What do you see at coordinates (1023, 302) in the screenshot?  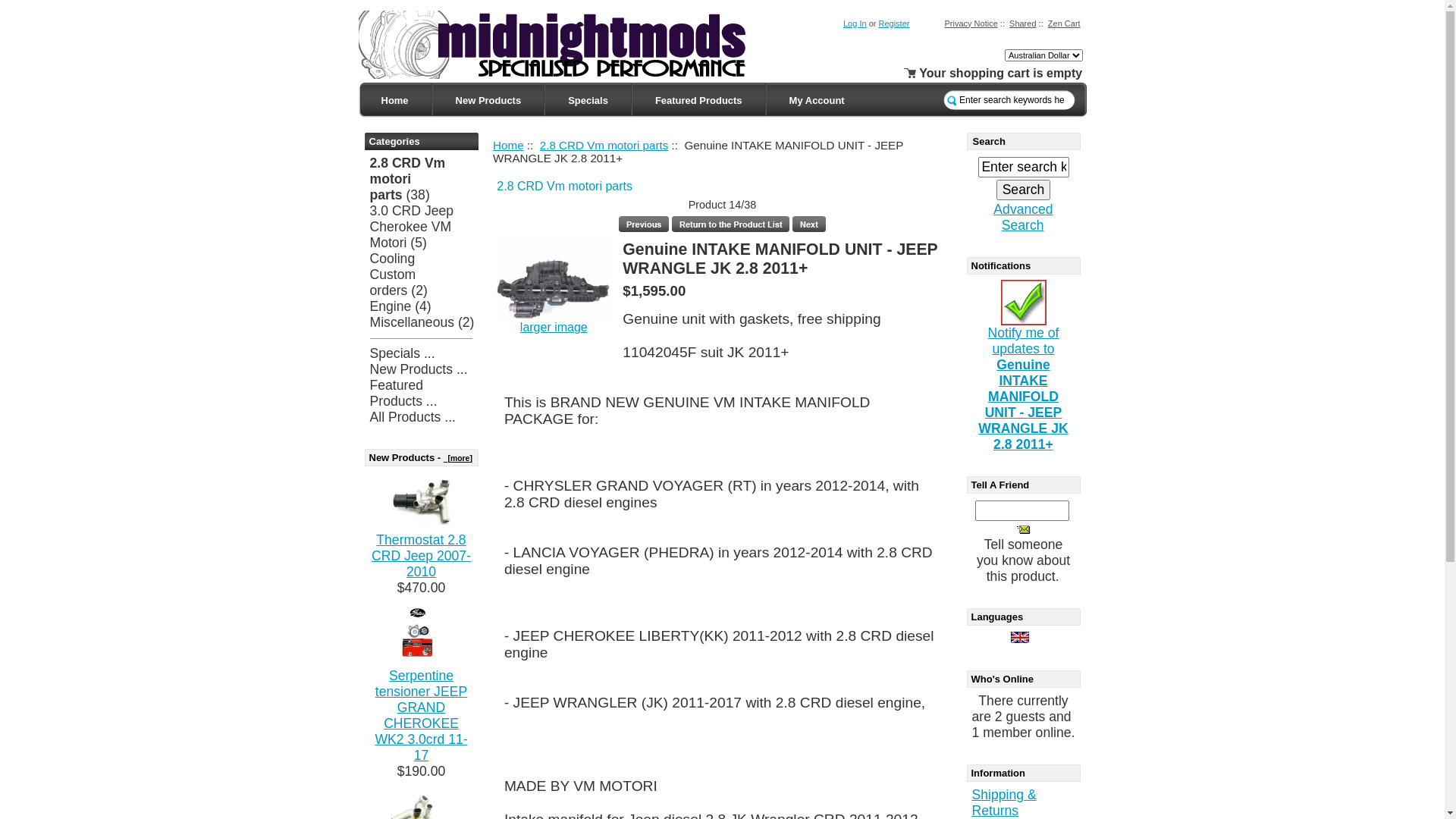 I see `' Notify me of updates to this product. '` at bounding box center [1023, 302].